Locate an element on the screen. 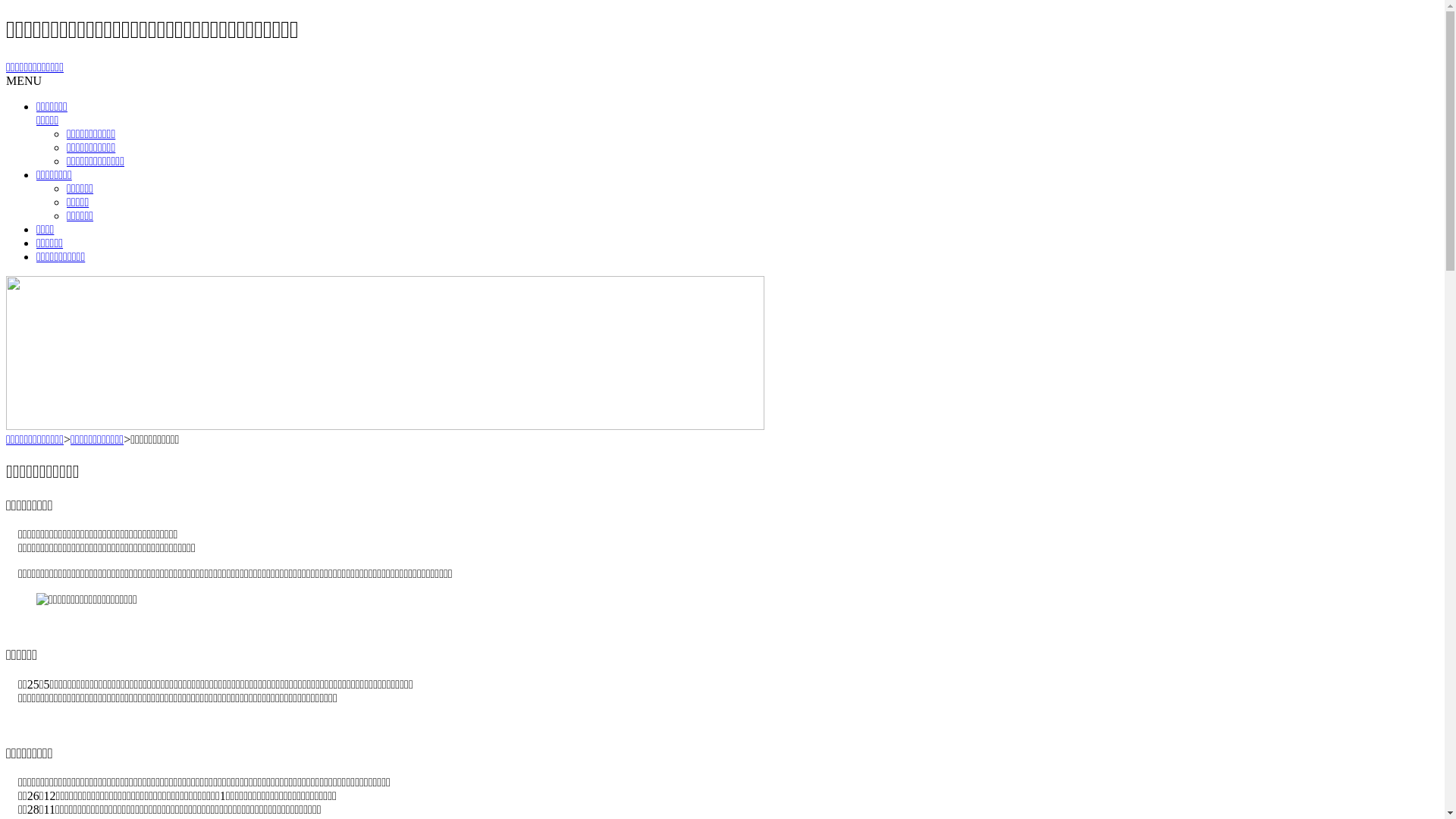  'MENU' is located at coordinates (24, 80).